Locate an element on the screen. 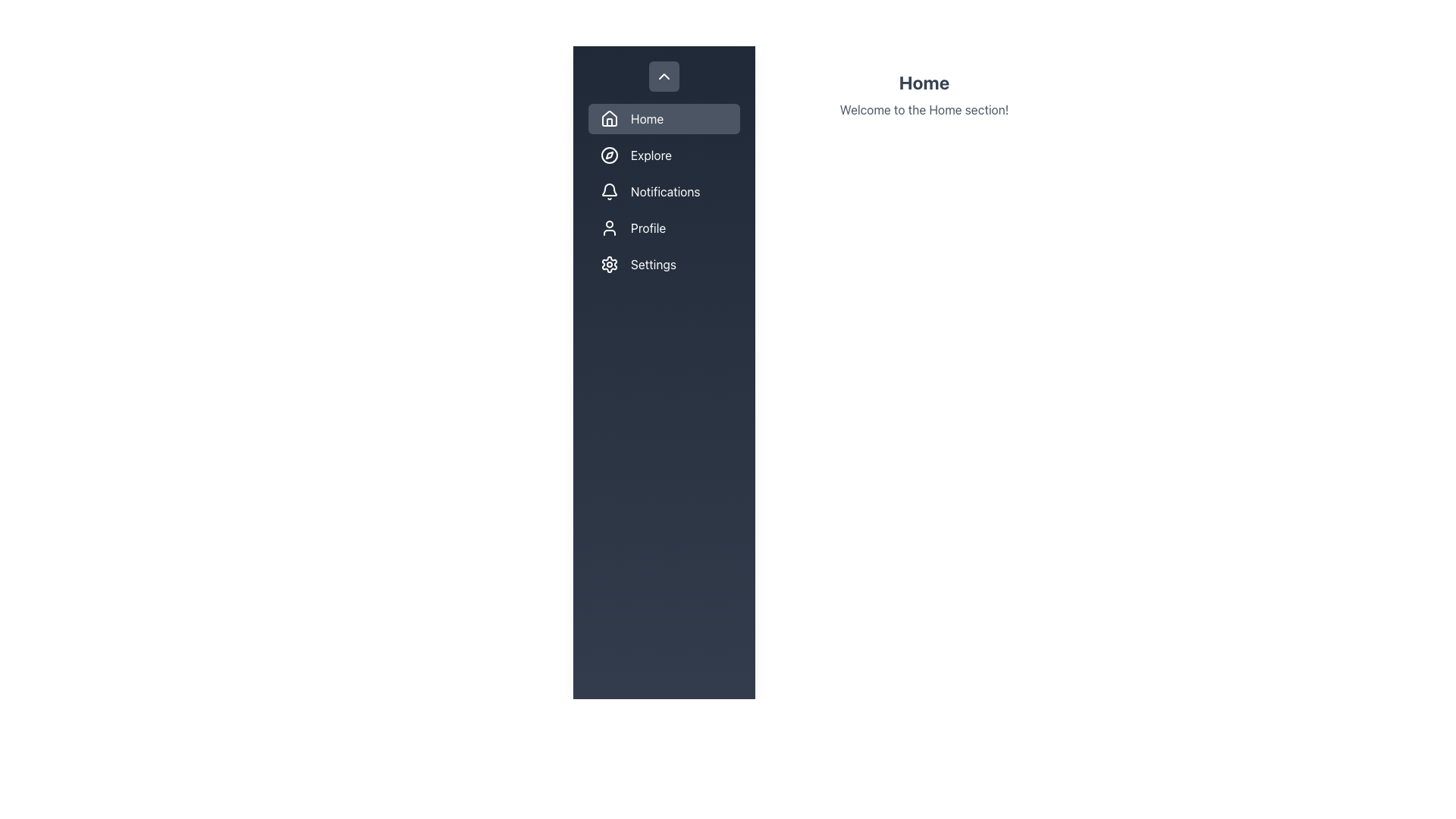 This screenshot has height=819, width=1456. the circular icon in the sidebar navigation menu adjacent to the 'Explore' label is located at coordinates (610, 155).